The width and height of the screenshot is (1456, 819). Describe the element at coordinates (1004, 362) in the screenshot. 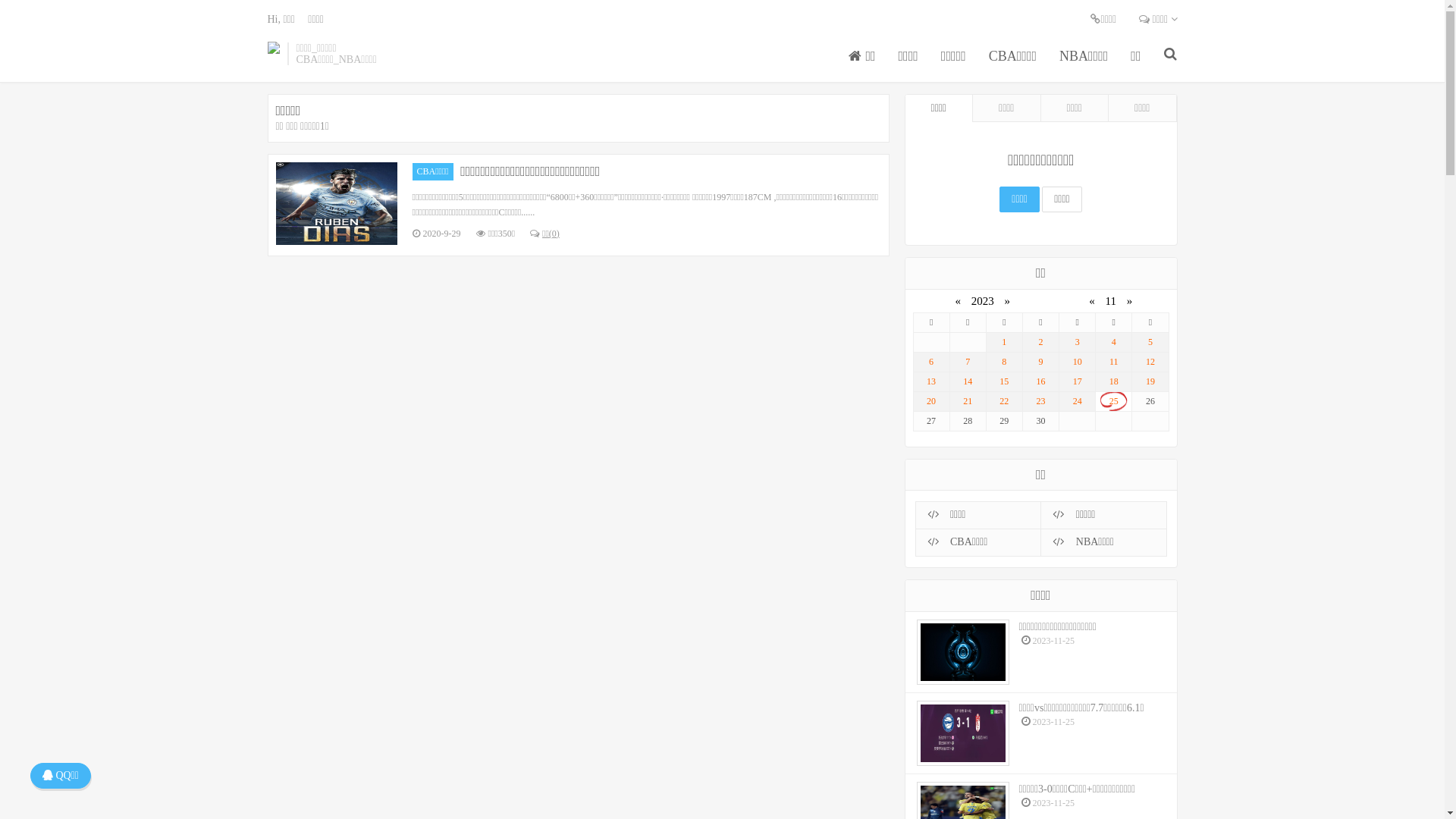

I see `'8'` at that location.